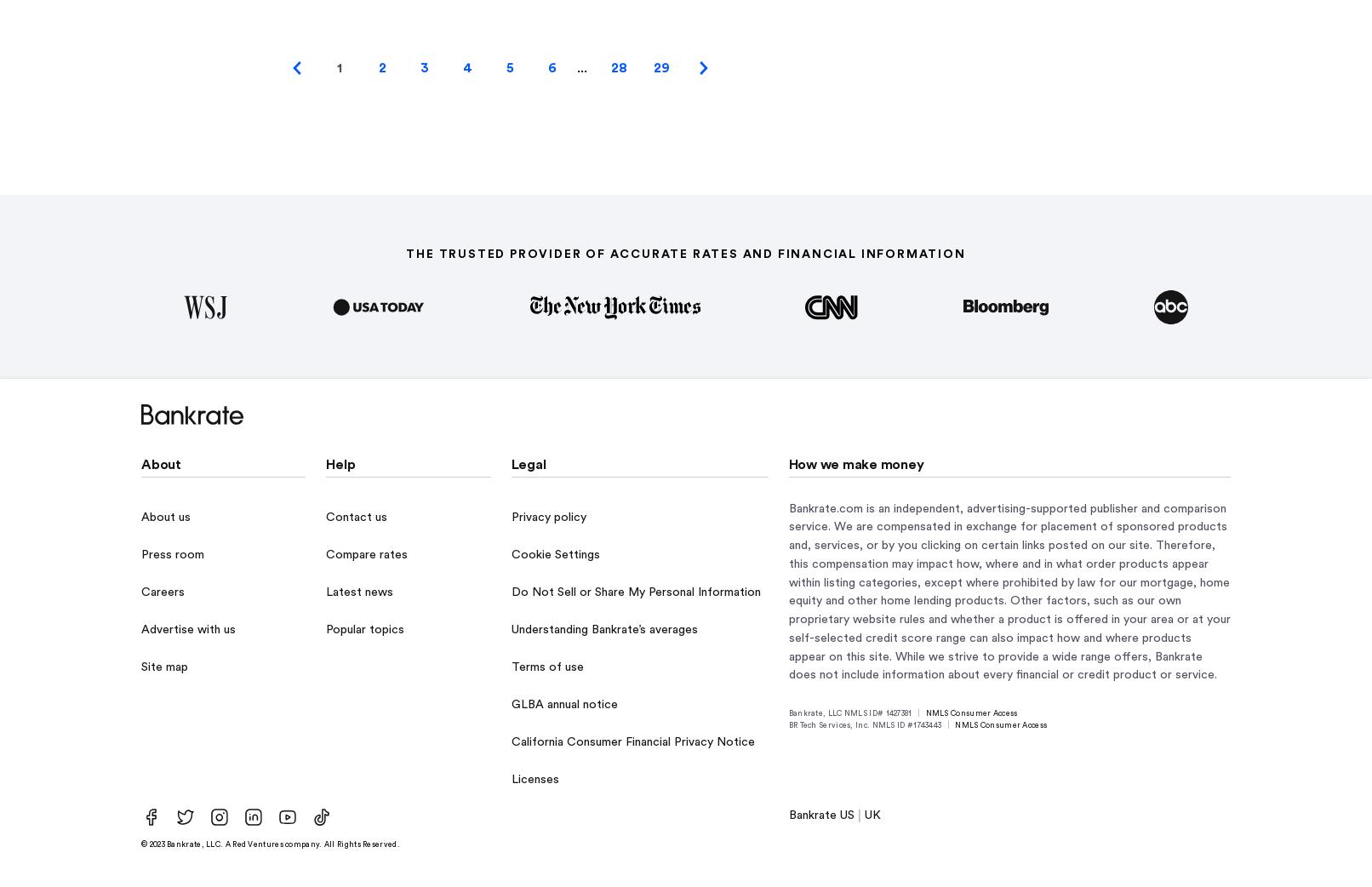 The image size is (1372, 887). I want to click on 'UK', so click(871, 815).